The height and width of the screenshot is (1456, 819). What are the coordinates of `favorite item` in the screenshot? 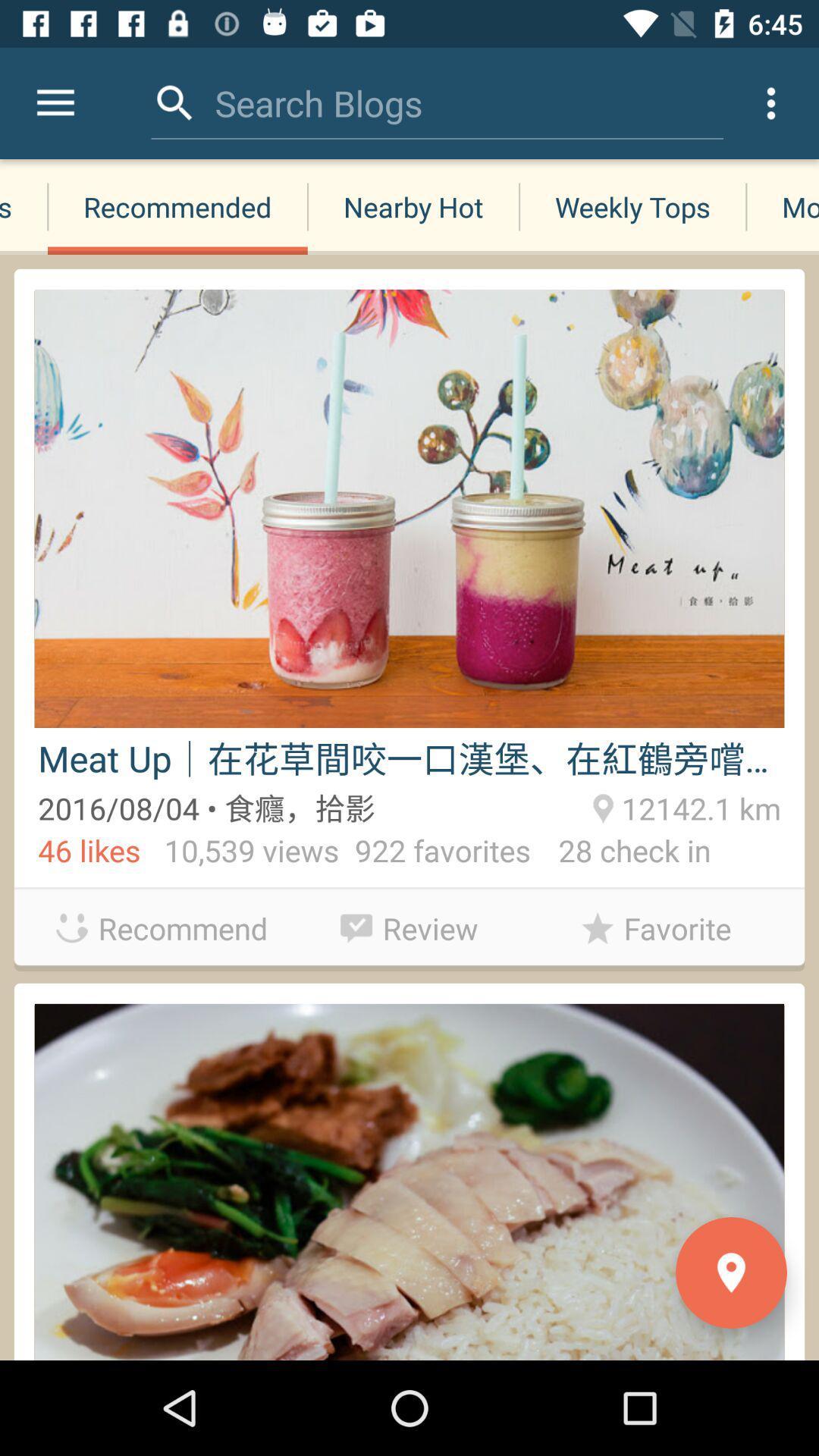 It's located at (655, 927).